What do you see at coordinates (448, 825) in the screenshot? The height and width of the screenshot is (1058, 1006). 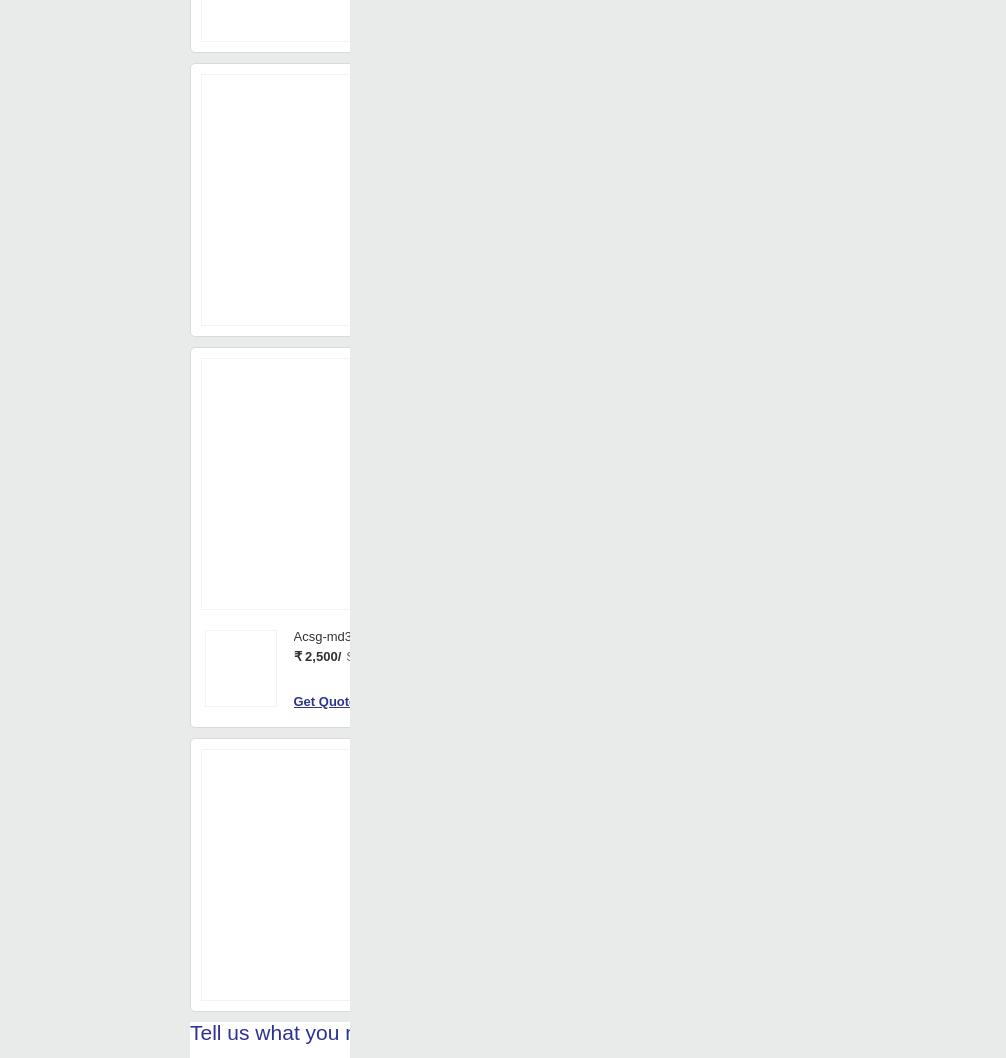 I see `'Acsg-md30 Acrylic Sign Board, For Promotional, 4 Mm'` at bounding box center [448, 825].